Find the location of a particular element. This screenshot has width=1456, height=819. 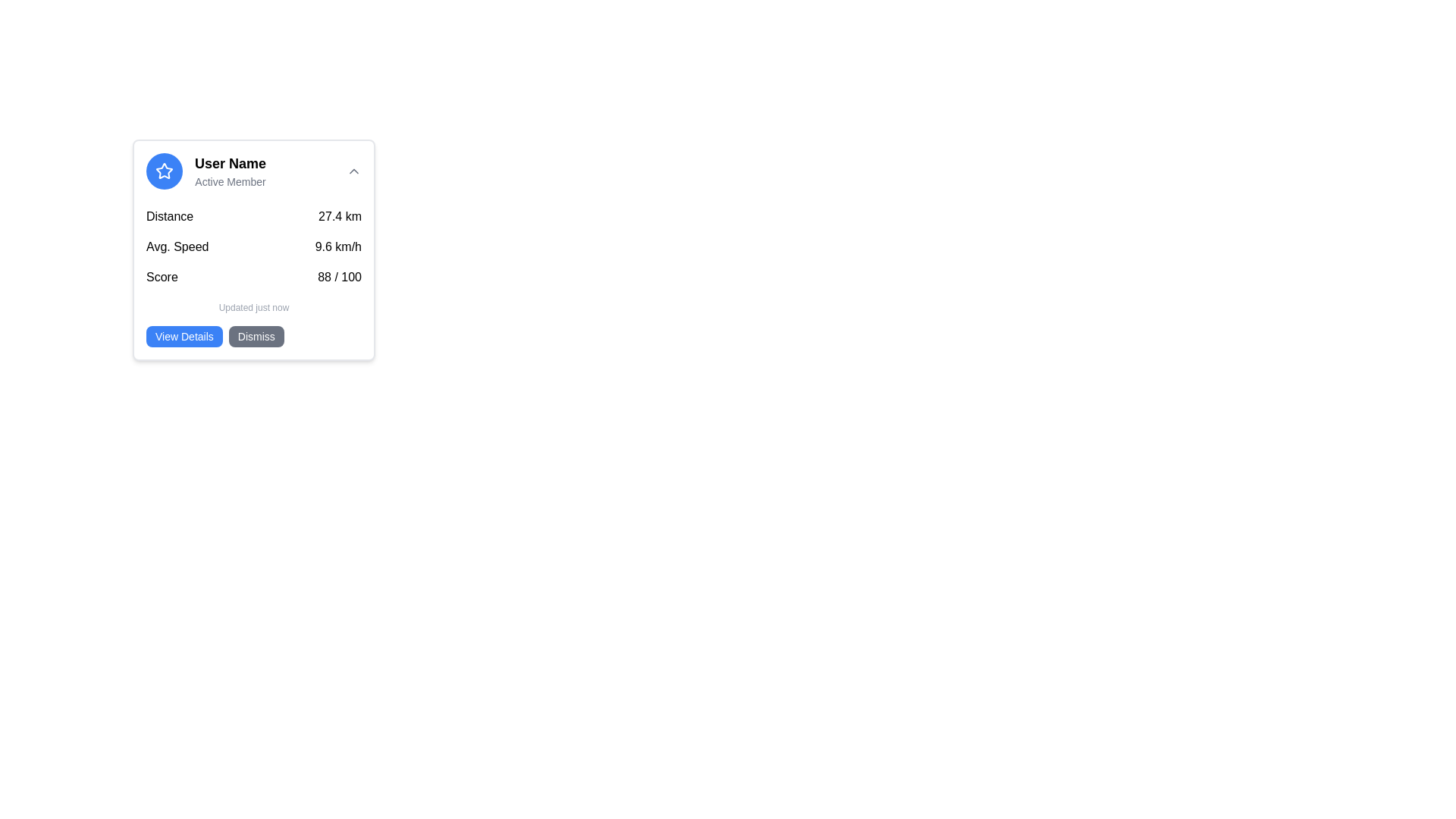

the button located in the lower-left area of the user information card is located at coordinates (184, 335).